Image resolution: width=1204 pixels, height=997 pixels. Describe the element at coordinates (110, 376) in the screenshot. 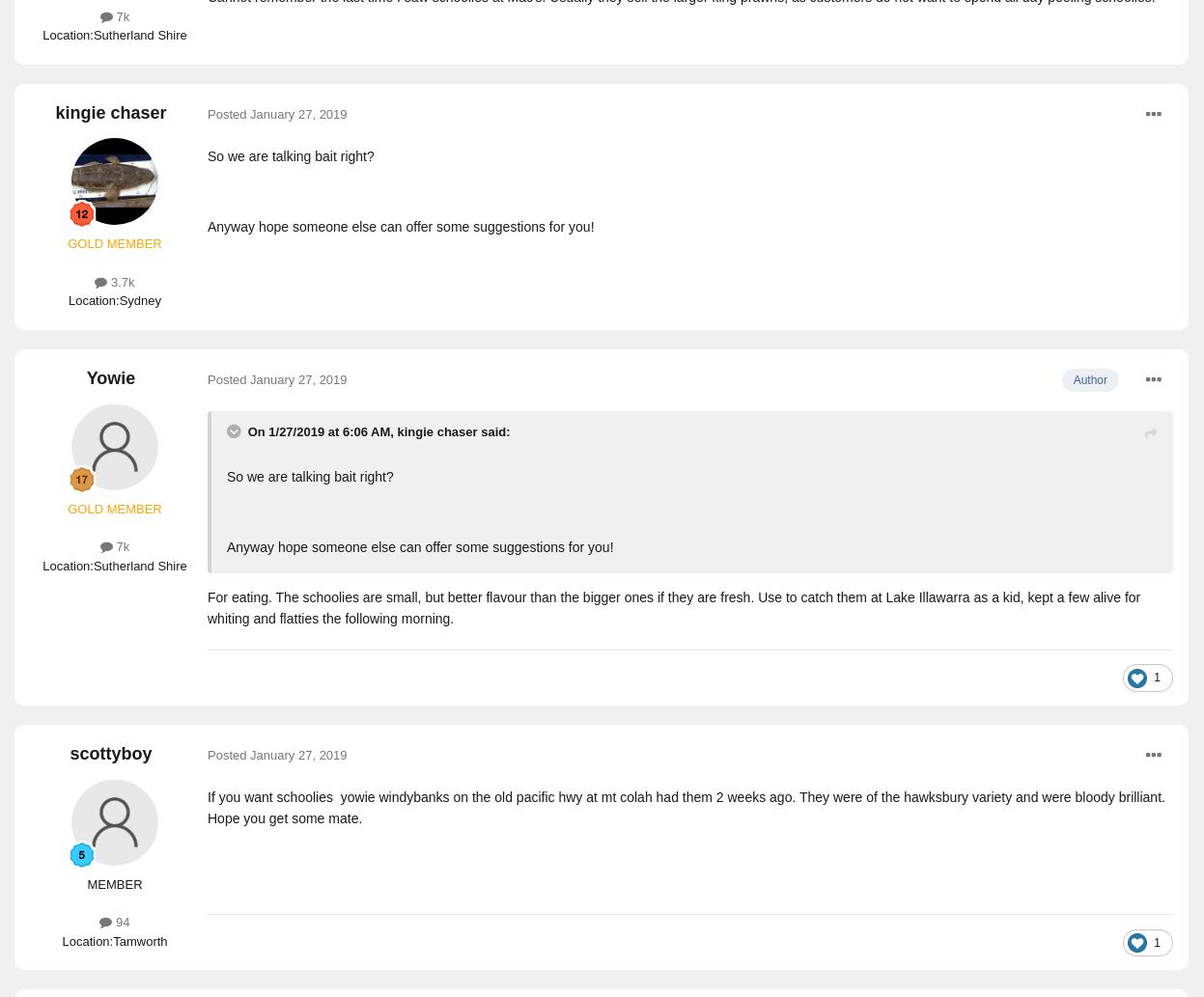

I see `'Yowie'` at that location.